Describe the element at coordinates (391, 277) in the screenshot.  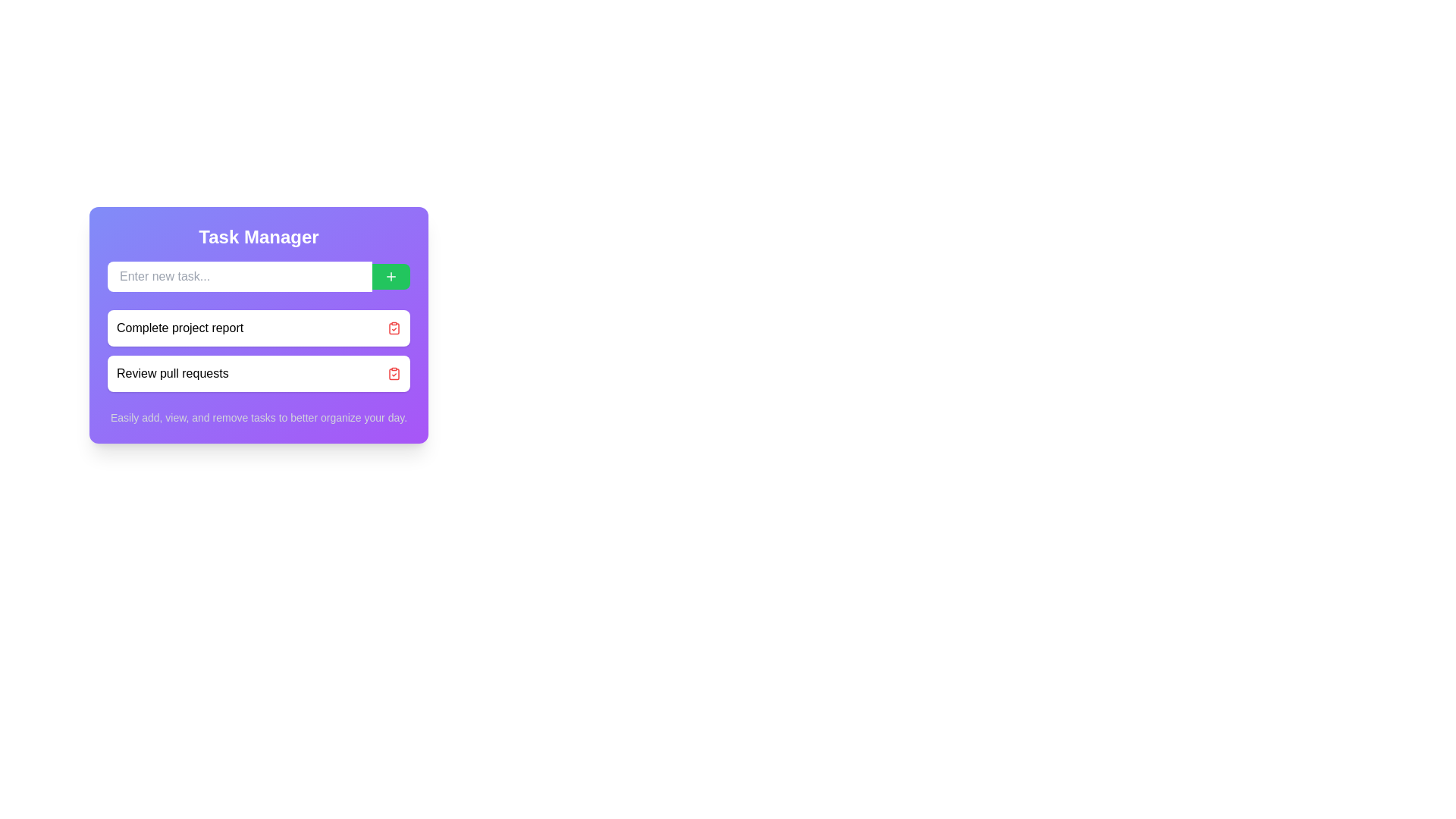
I see `the action button icon located in the top-right corner of the task manager interface` at that location.